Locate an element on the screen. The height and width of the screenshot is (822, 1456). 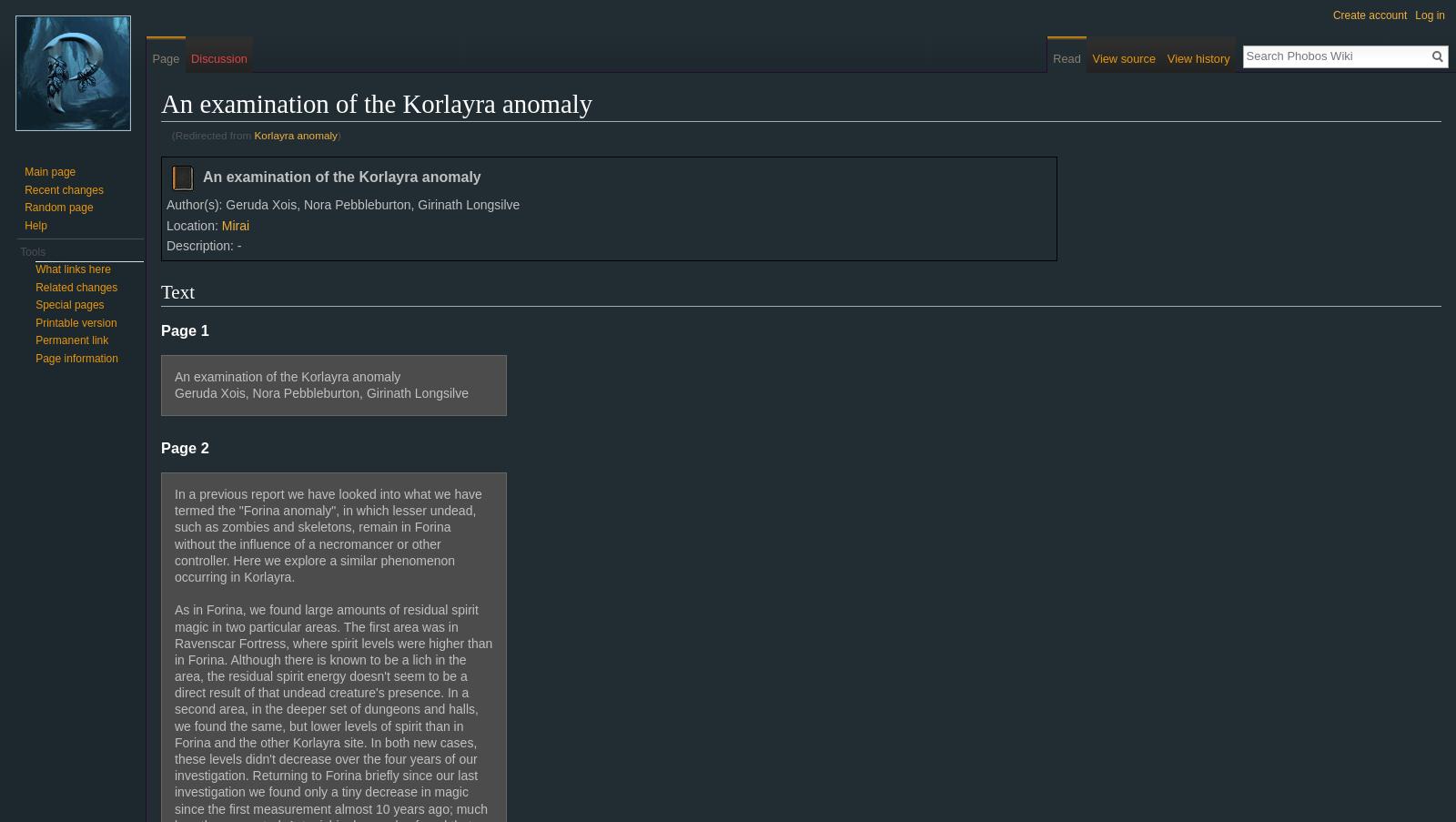
'An examination of the Korlayra anomaly
Geruda Xois, Nora Pebbleburton, Girinath Longsilve' is located at coordinates (320, 383).